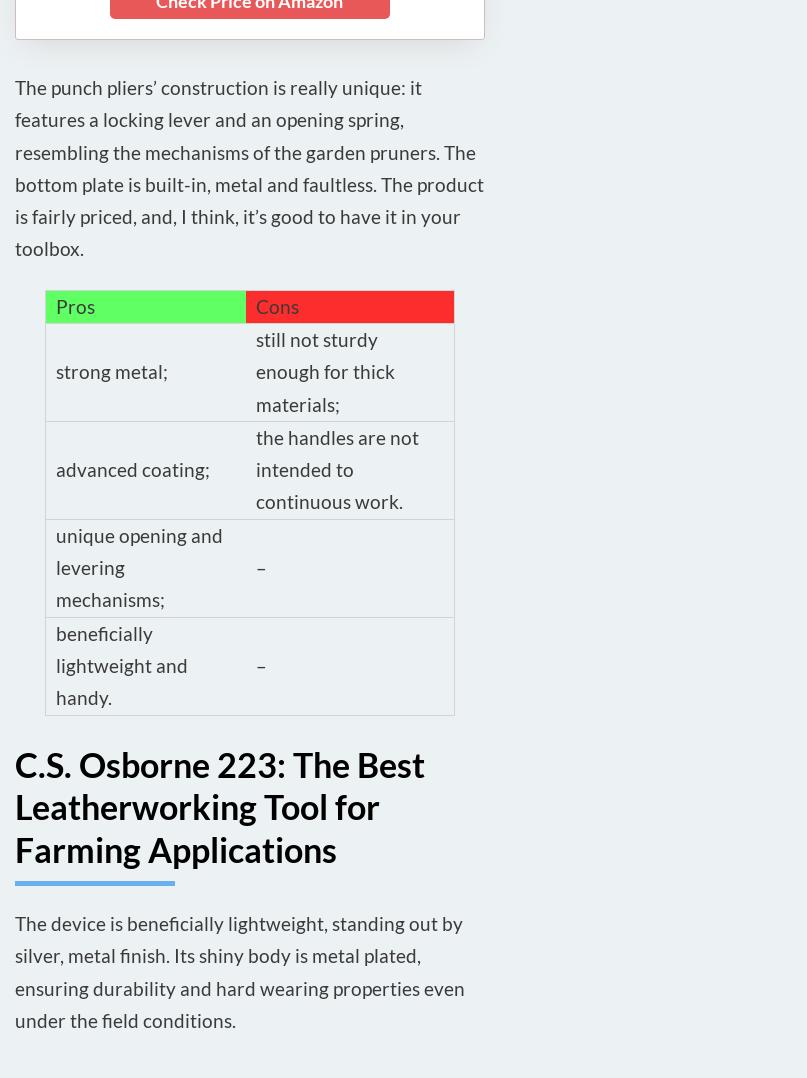  I want to click on 'advanced coating;', so click(131, 468).